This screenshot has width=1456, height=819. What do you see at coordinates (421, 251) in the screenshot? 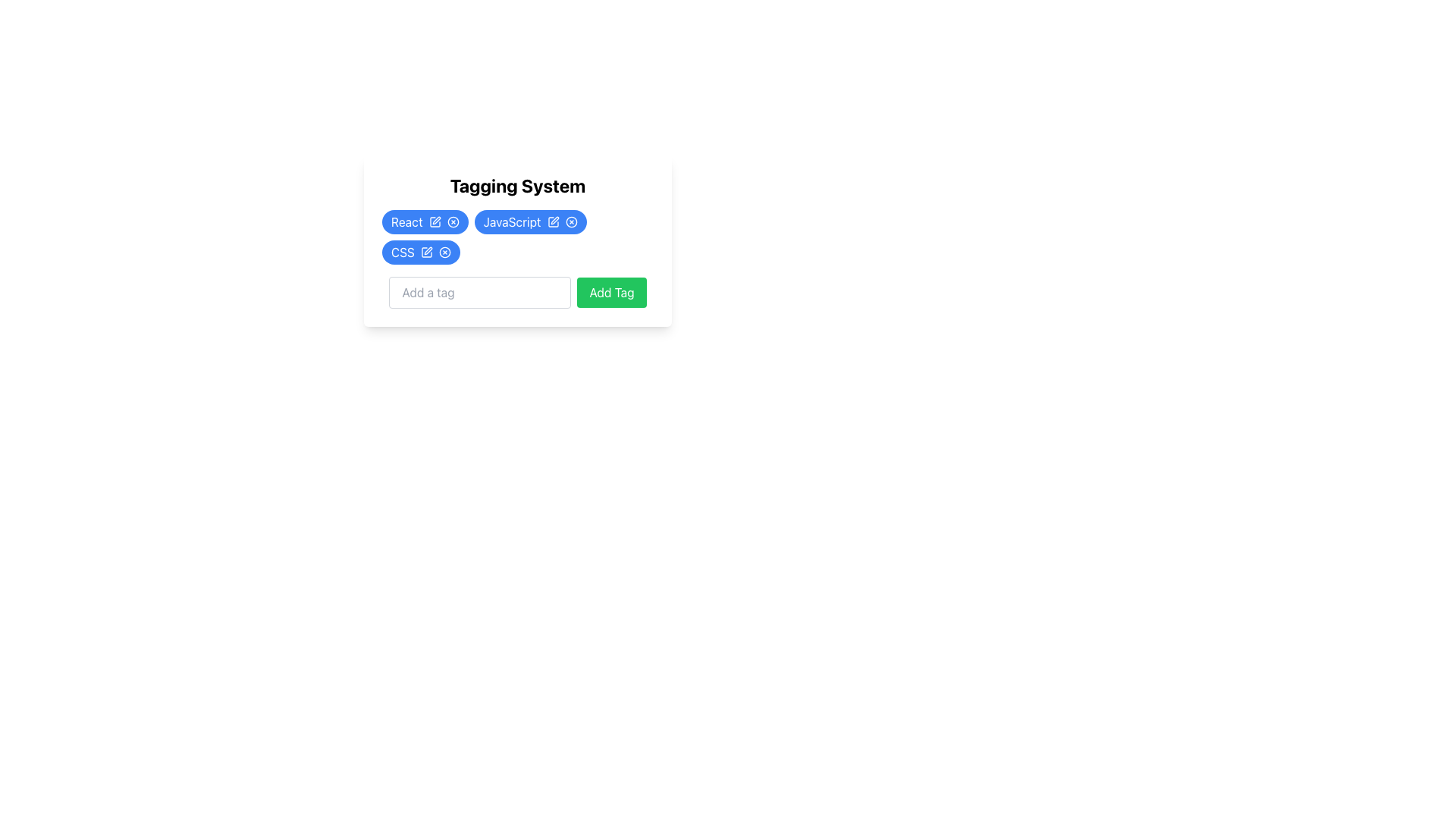
I see `the pen icon associated with the 'CSS' tag` at bounding box center [421, 251].